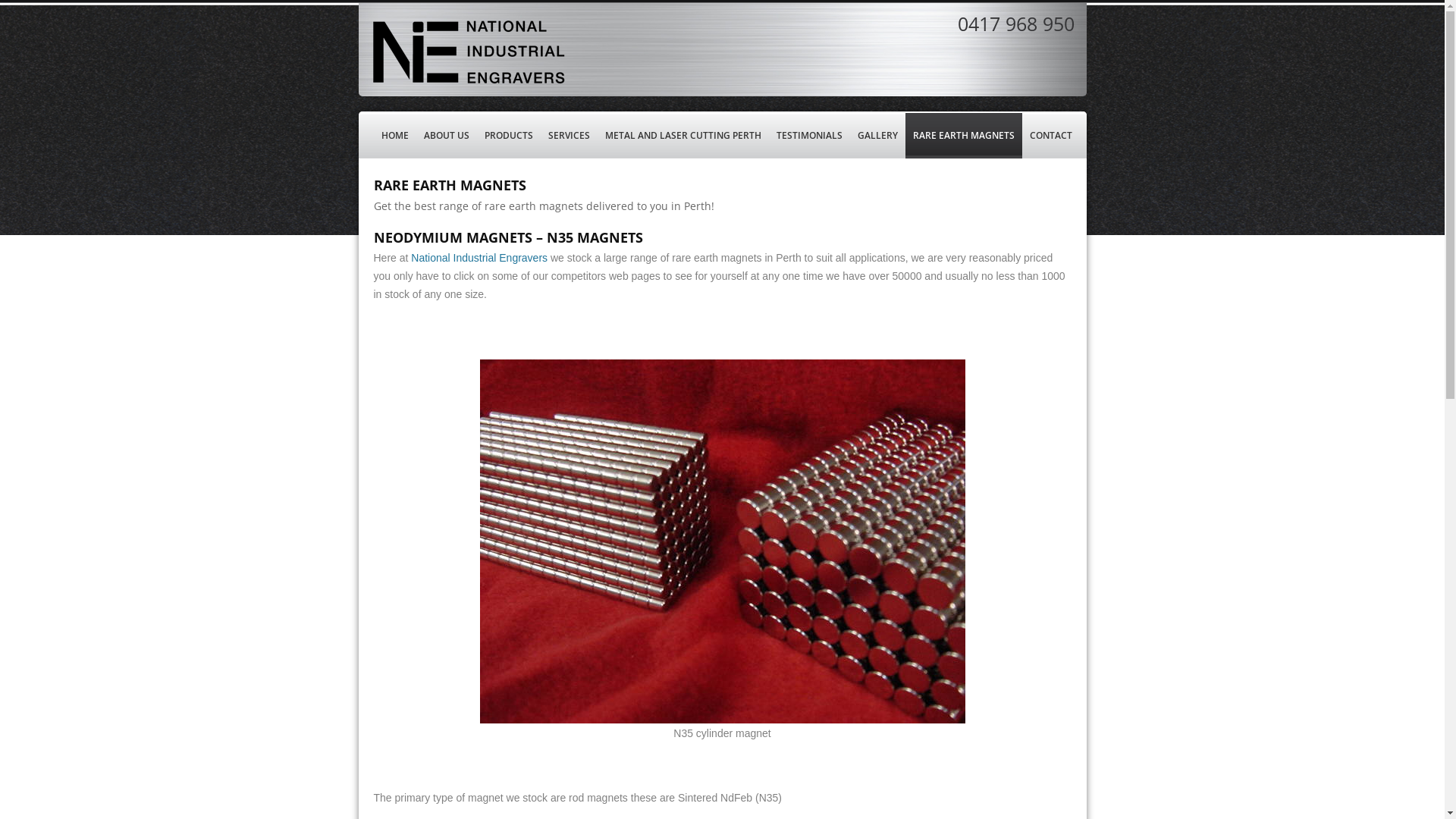 Image resolution: width=1456 pixels, height=819 pixels. What do you see at coordinates (394, 134) in the screenshot?
I see `'HOME'` at bounding box center [394, 134].